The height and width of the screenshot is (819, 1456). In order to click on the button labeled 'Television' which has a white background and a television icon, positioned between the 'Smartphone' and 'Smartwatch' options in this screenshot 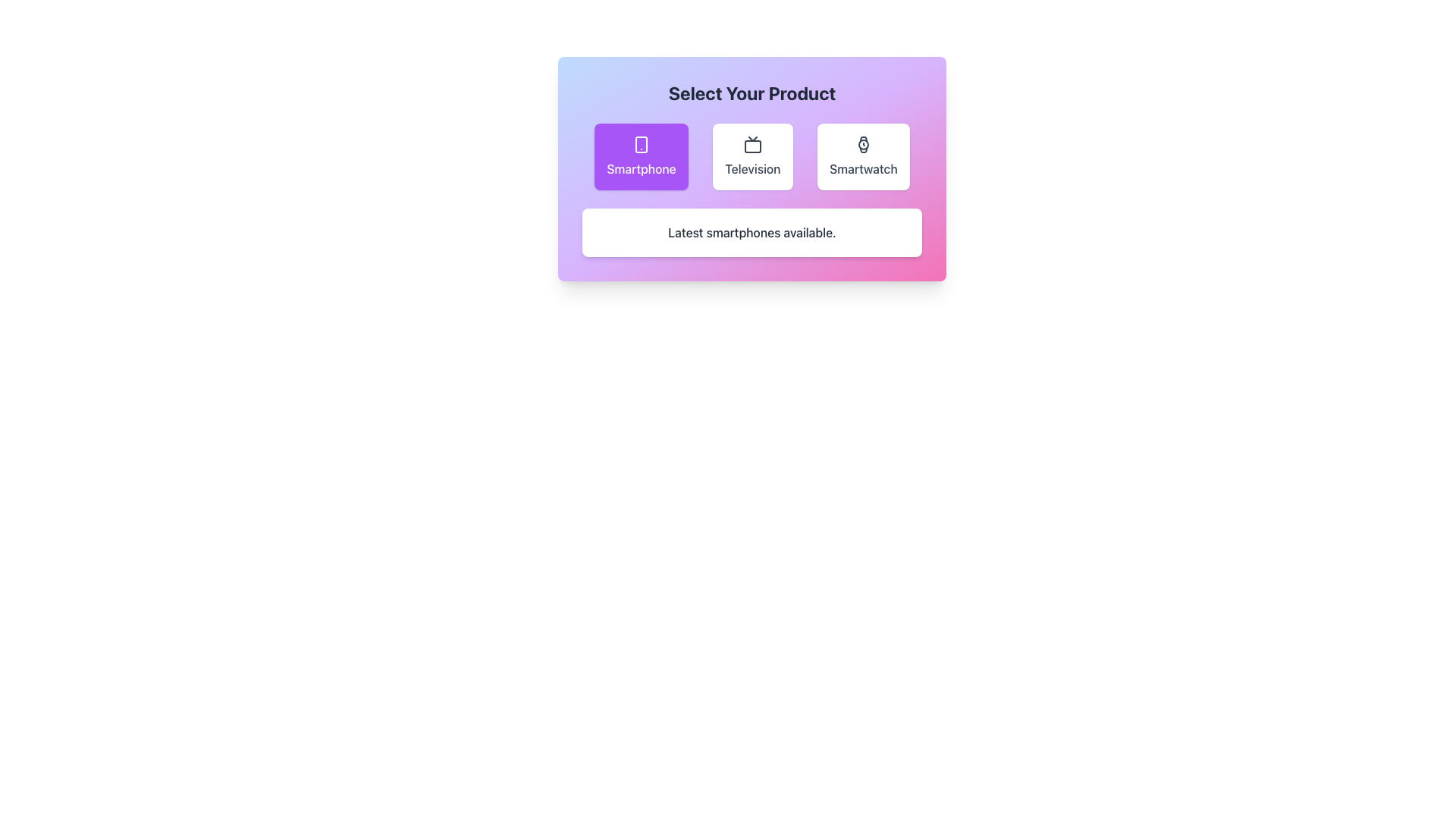, I will do `click(752, 157)`.